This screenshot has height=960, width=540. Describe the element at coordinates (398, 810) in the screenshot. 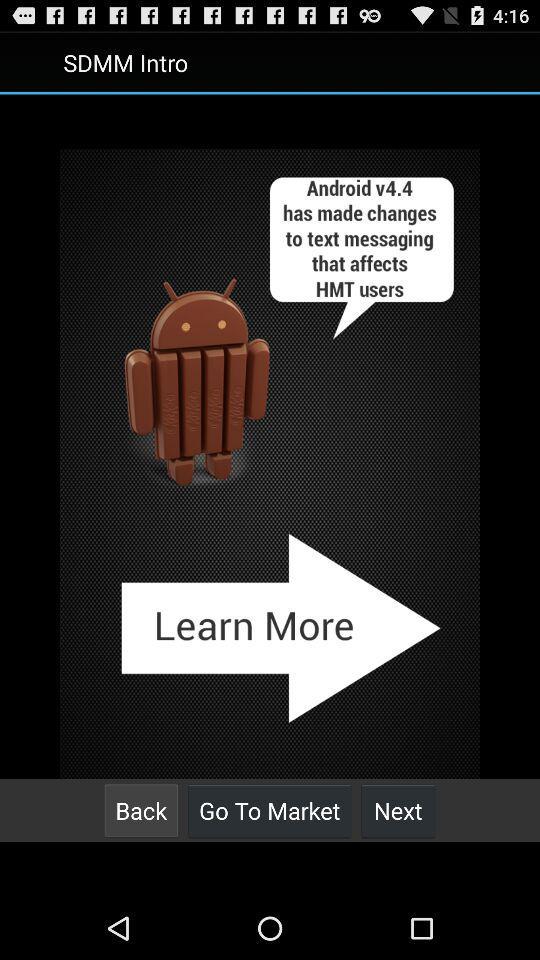

I see `next icon` at that location.